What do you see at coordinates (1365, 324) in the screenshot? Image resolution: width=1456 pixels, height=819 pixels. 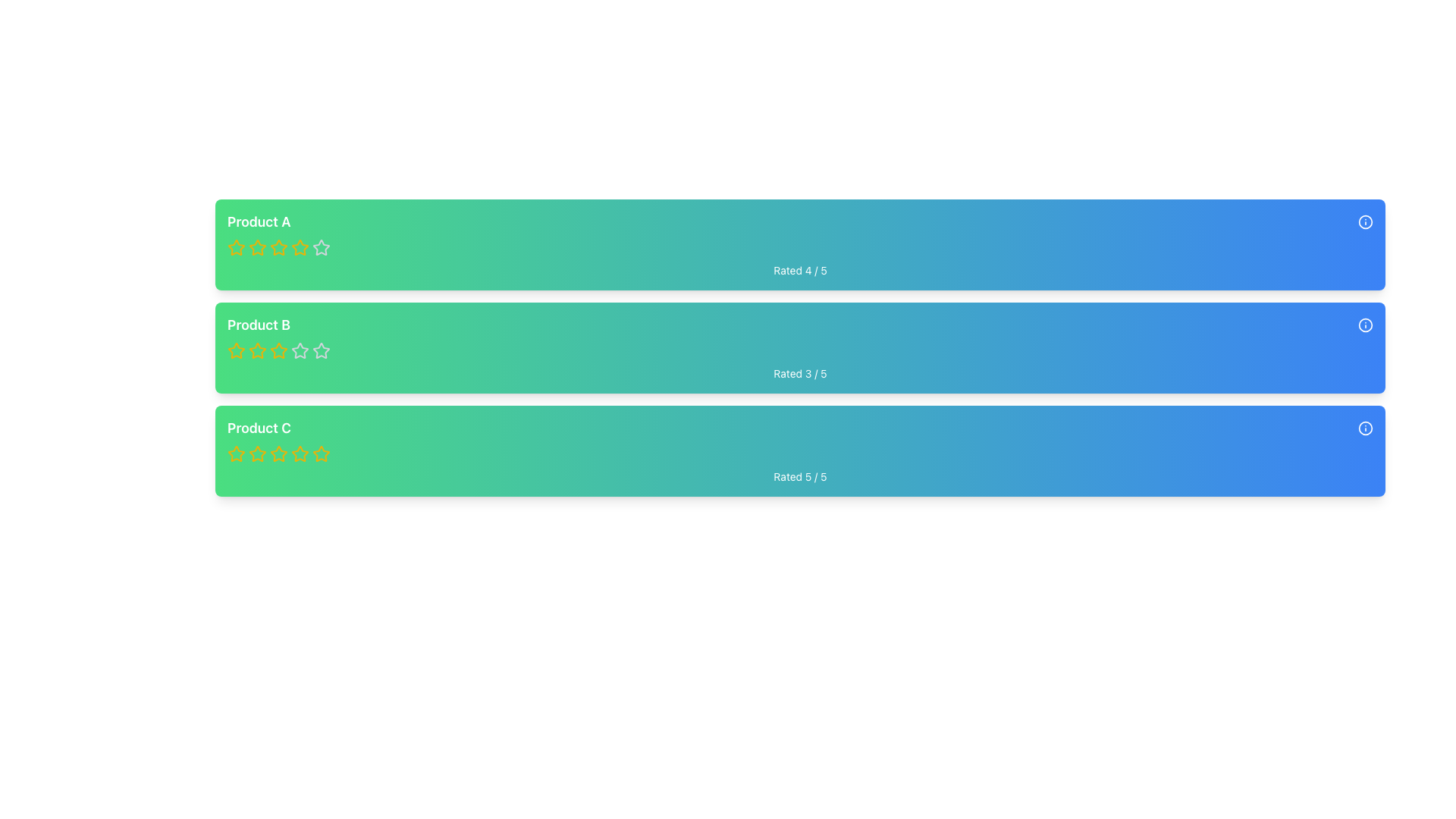 I see `the interactive button located at the far-right end of the 'Product B' section` at bounding box center [1365, 324].